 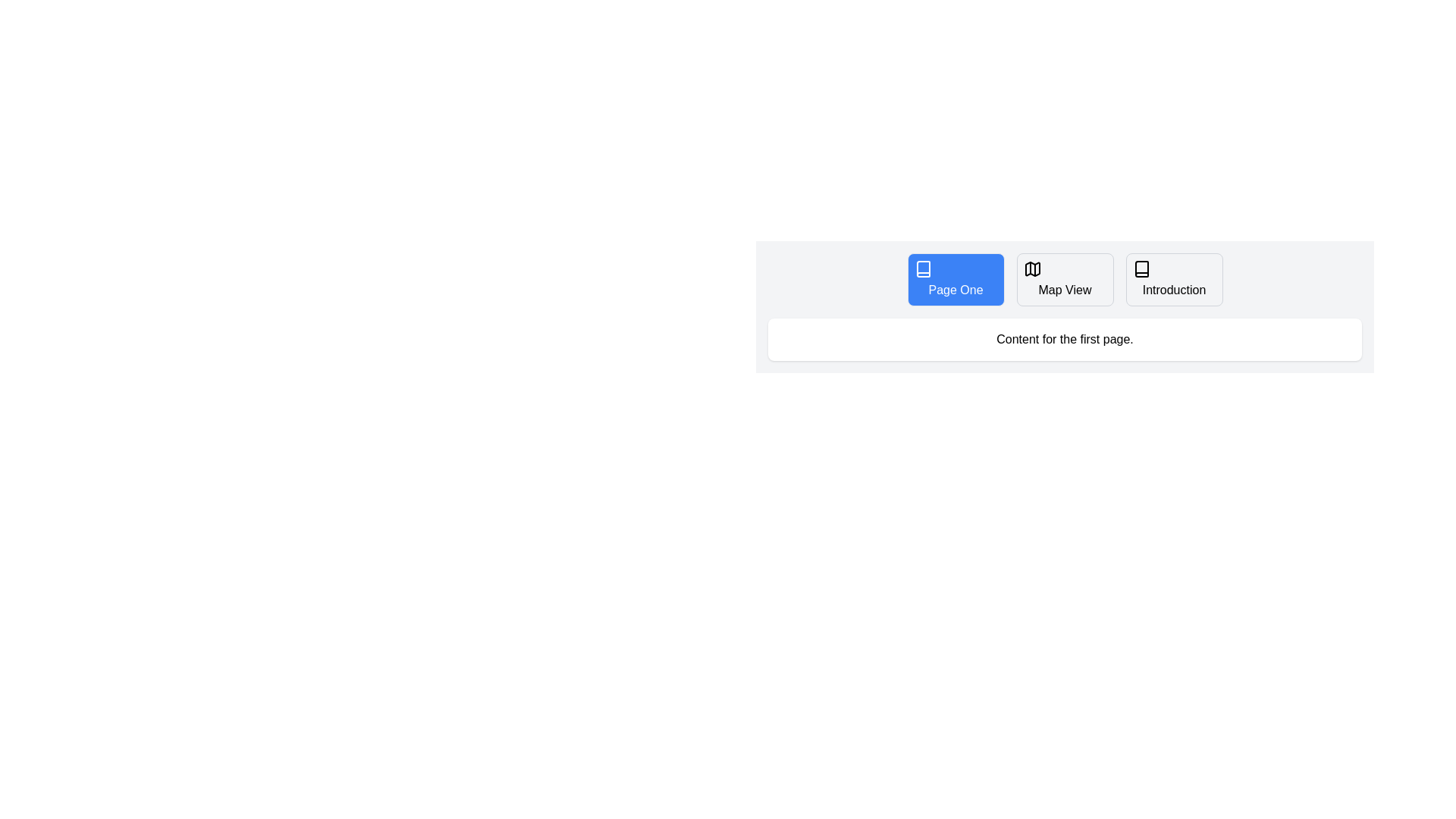 What do you see at coordinates (1173, 290) in the screenshot?
I see `text label indicating the section titled 'Introduction', which is located within the last button on the right in a row of three buttons` at bounding box center [1173, 290].